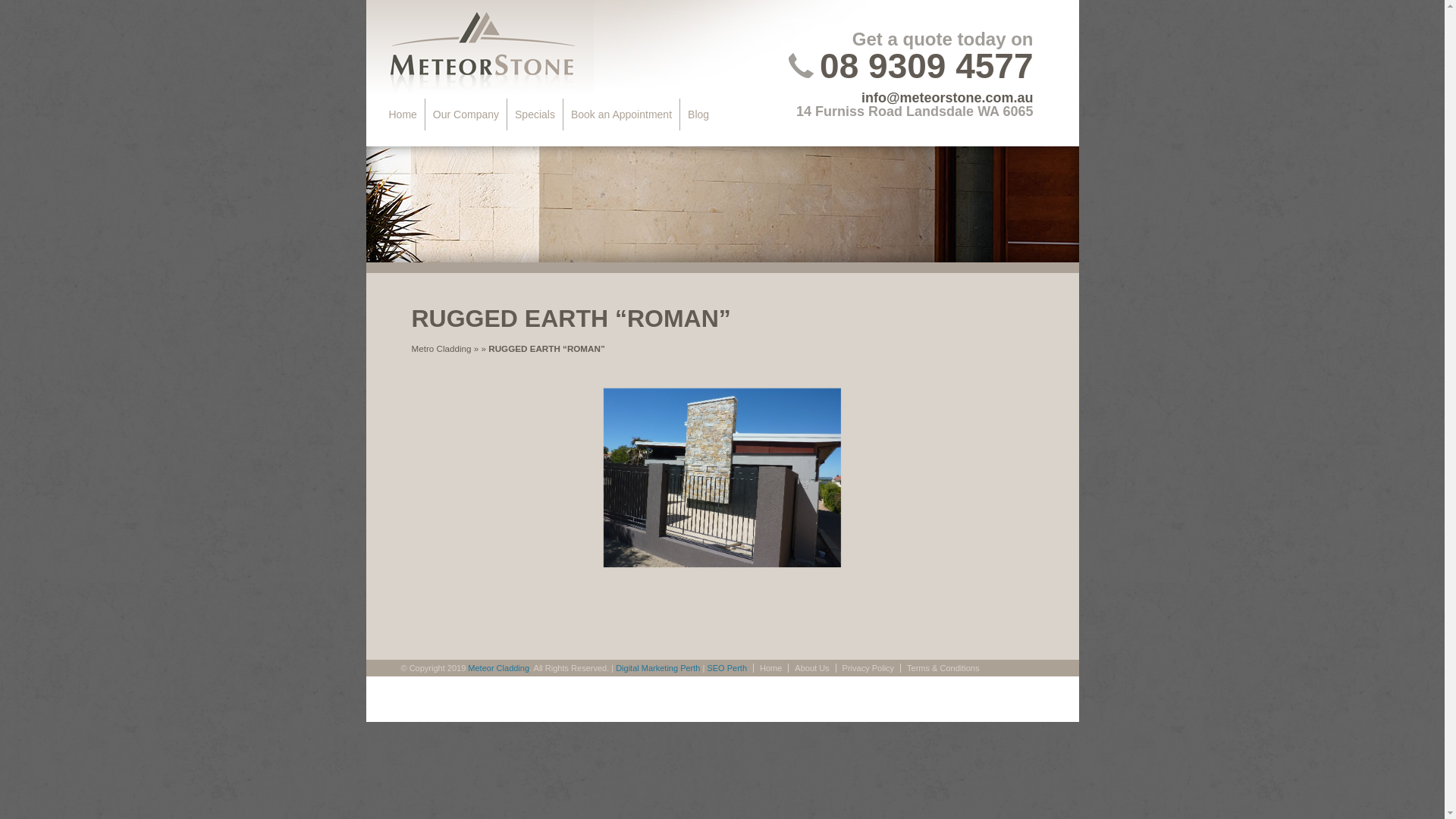  Describe the element at coordinates (622, 113) in the screenshot. I see `'Book an Appointment'` at that location.